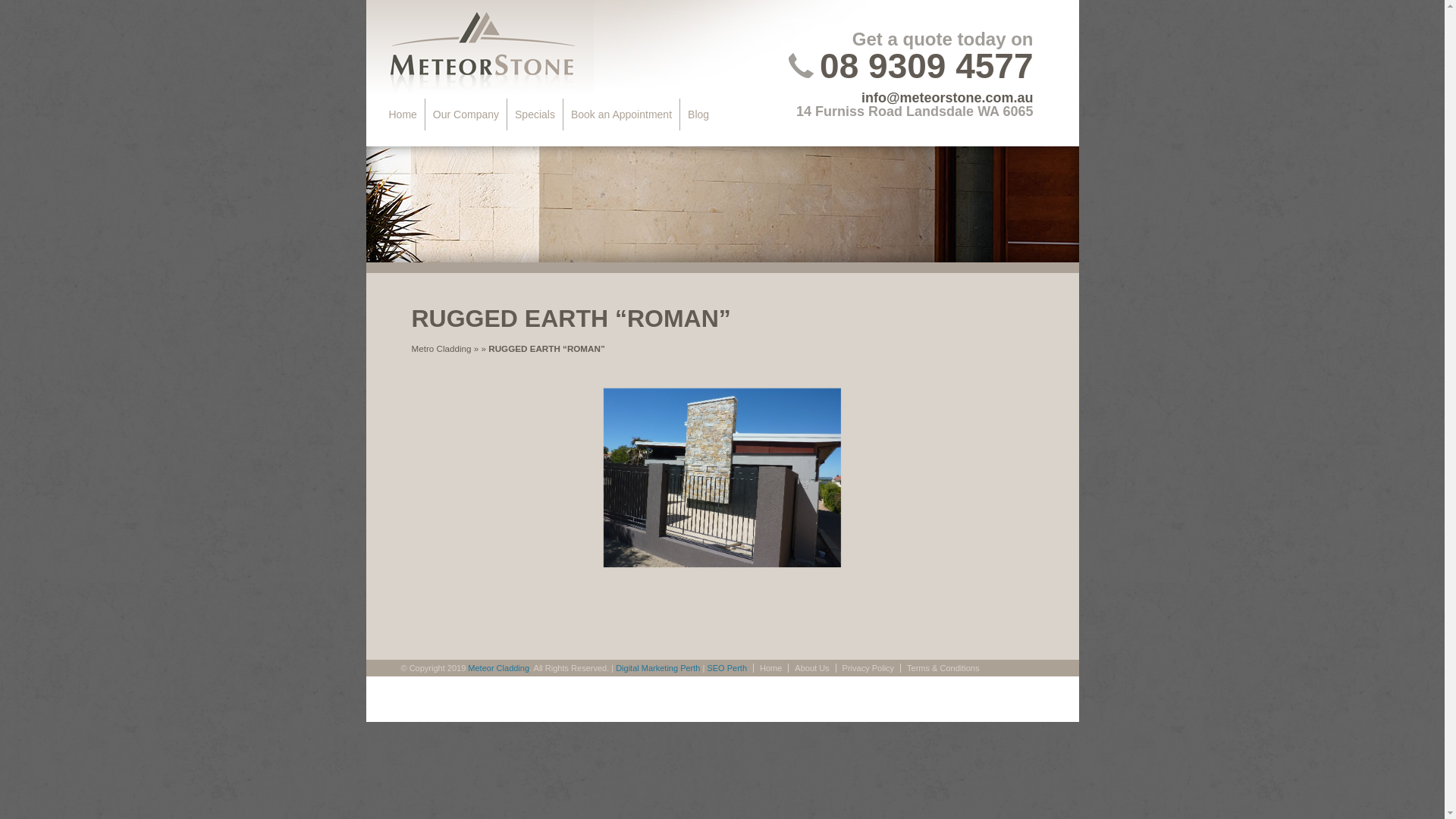  Describe the element at coordinates (622, 113) in the screenshot. I see `'Book an Appointment'` at that location.